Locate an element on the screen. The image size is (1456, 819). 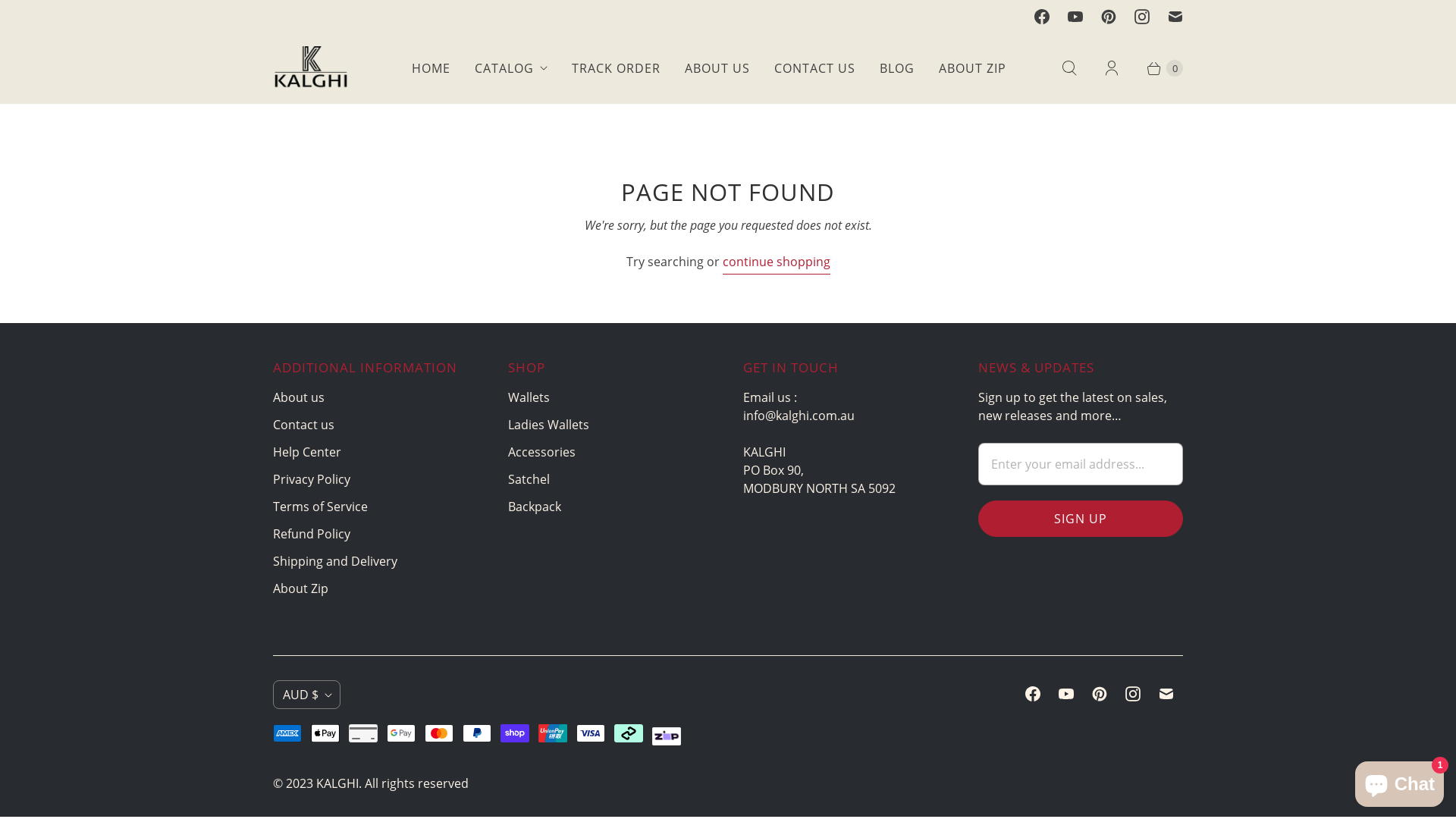
'continue shopping' is located at coordinates (775, 262).